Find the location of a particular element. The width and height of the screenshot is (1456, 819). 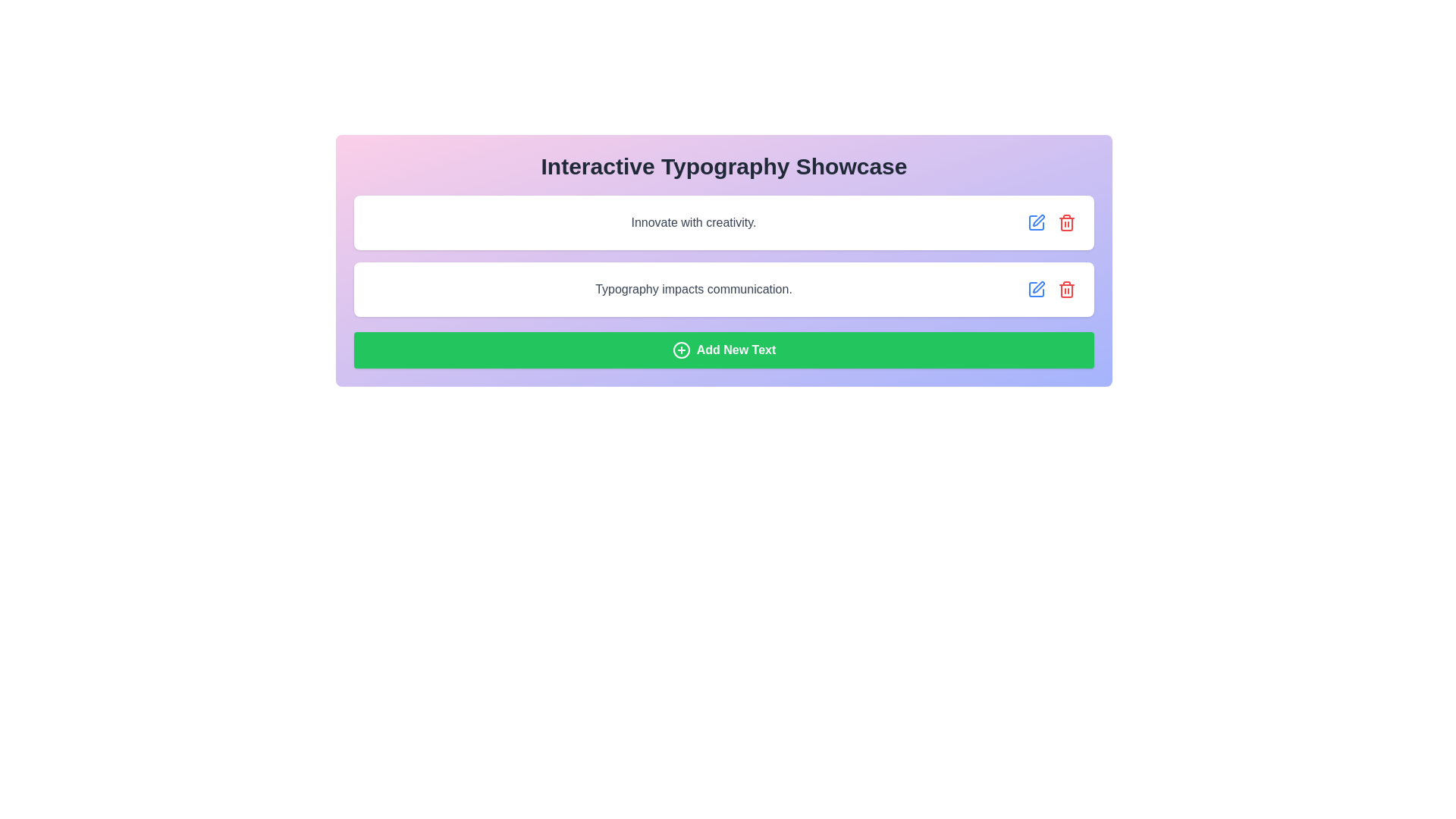

the red trash can icon button located at the far-right of the list item associated with the text 'Innovate with creativity' is located at coordinates (1065, 222).